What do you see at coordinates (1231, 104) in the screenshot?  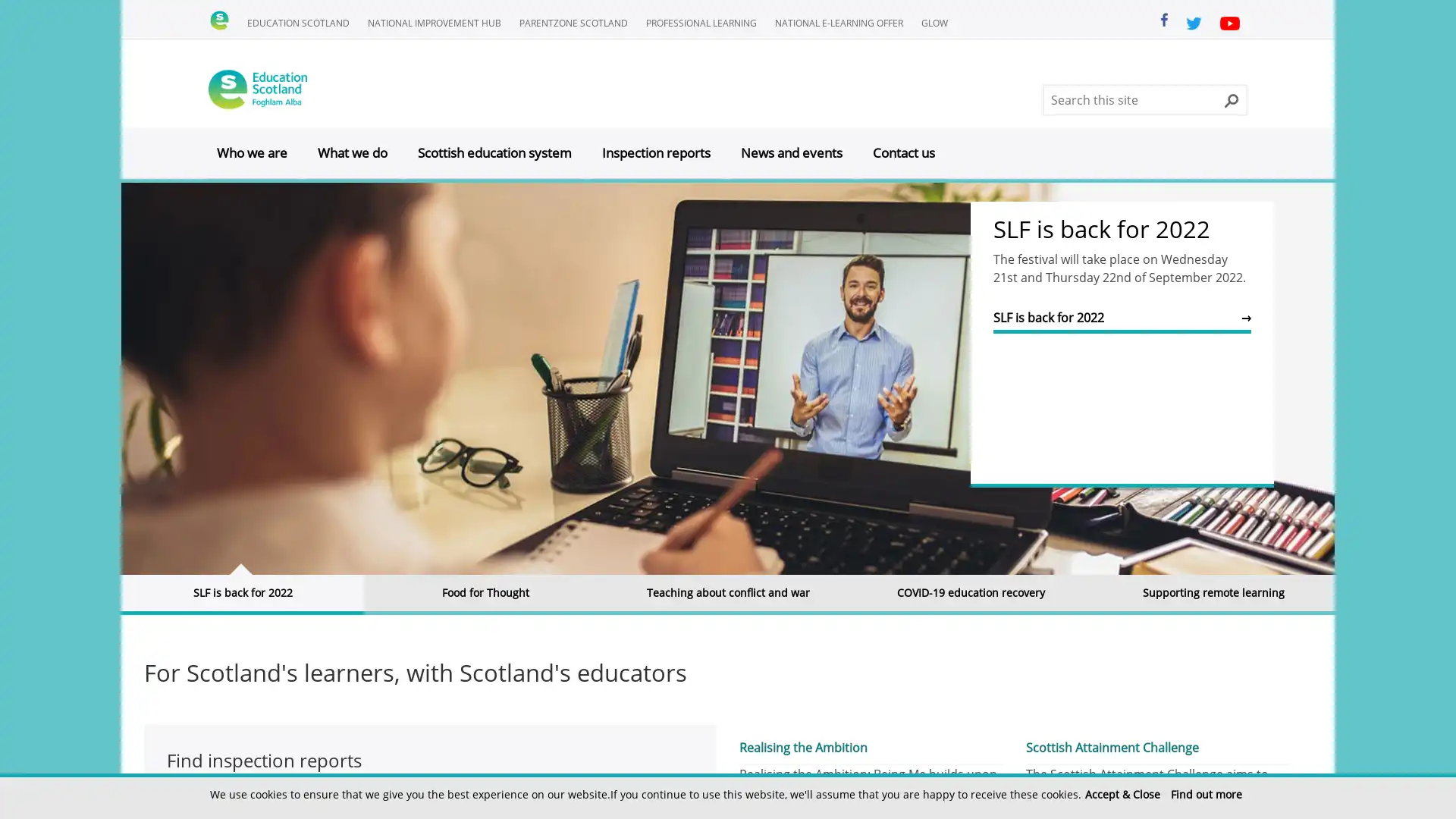 I see `Search this site button` at bounding box center [1231, 104].